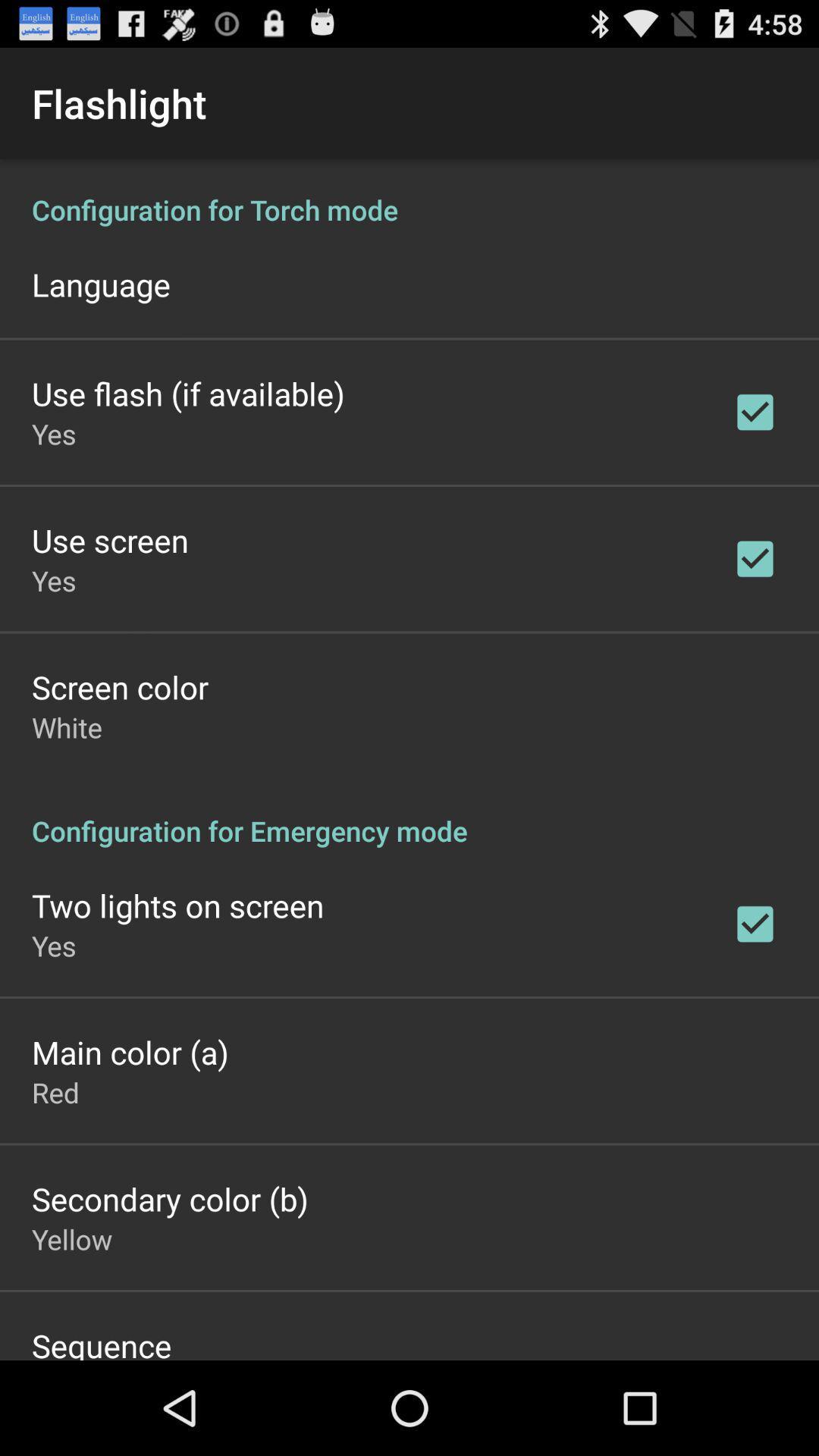 The height and width of the screenshot is (1456, 819). I want to click on the sequence item, so click(102, 1342).